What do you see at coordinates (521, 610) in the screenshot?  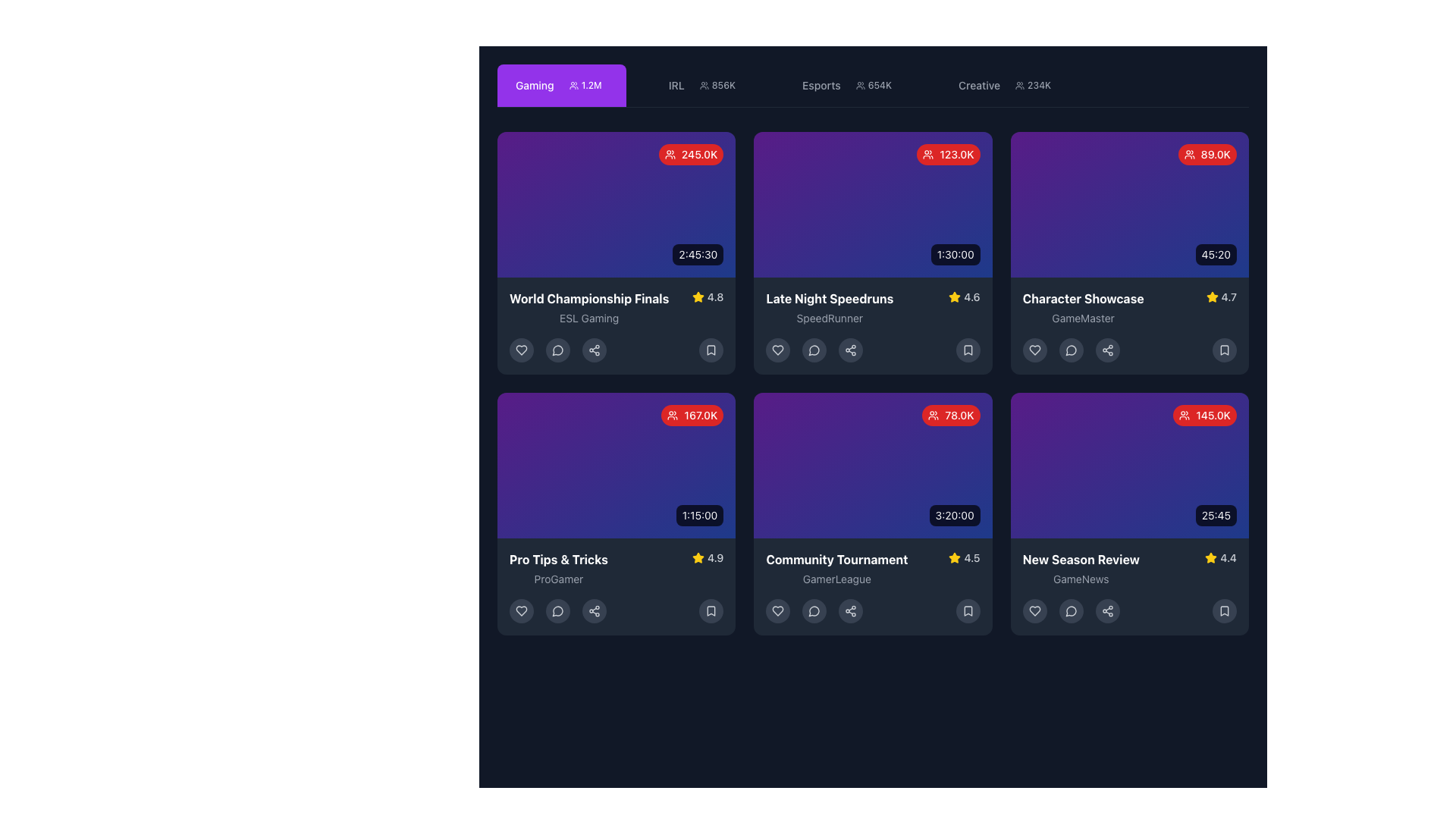 I see `the first Icon Button in the bottom action bar of the second tile from the left in the bottom-most row of the grid layout via keyboard navigation` at bounding box center [521, 610].